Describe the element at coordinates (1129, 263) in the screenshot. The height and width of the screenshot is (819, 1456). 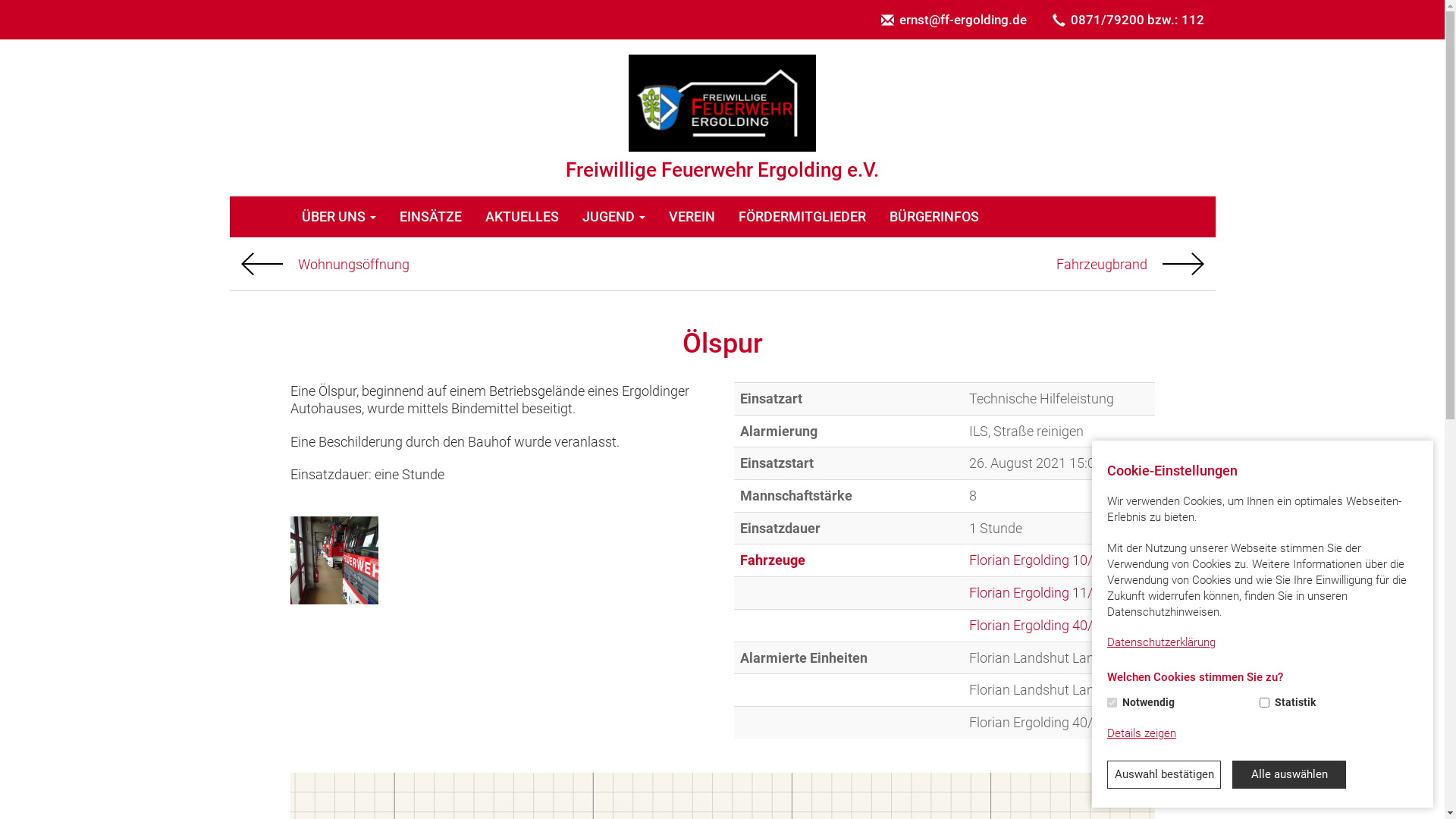
I see `'Fahrzeugbrand'` at that location.